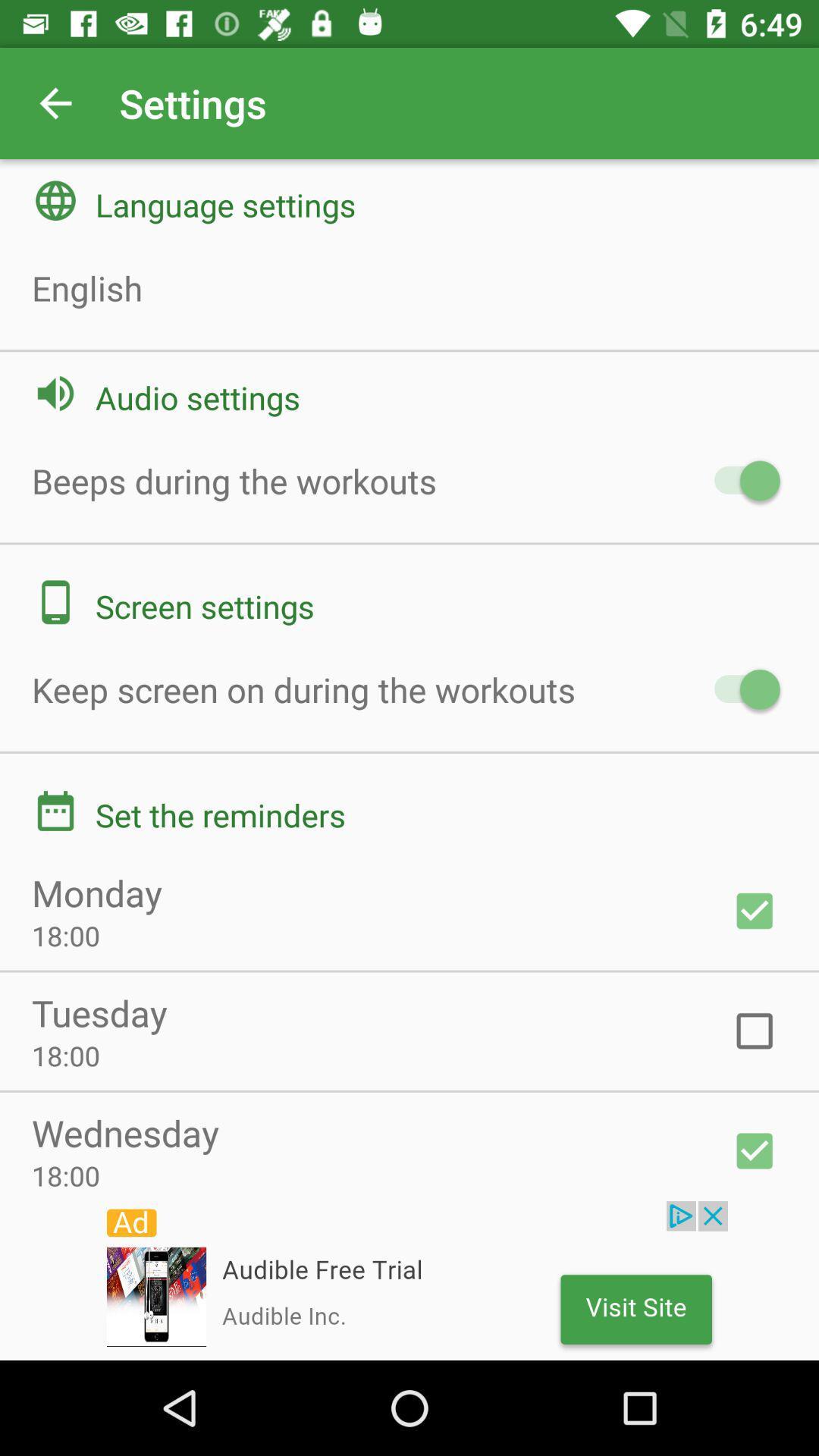 Image resolution: width=819 pixels, height=1456 pixels. I want to click on advertisement about audible inc, so click(409, 1280).